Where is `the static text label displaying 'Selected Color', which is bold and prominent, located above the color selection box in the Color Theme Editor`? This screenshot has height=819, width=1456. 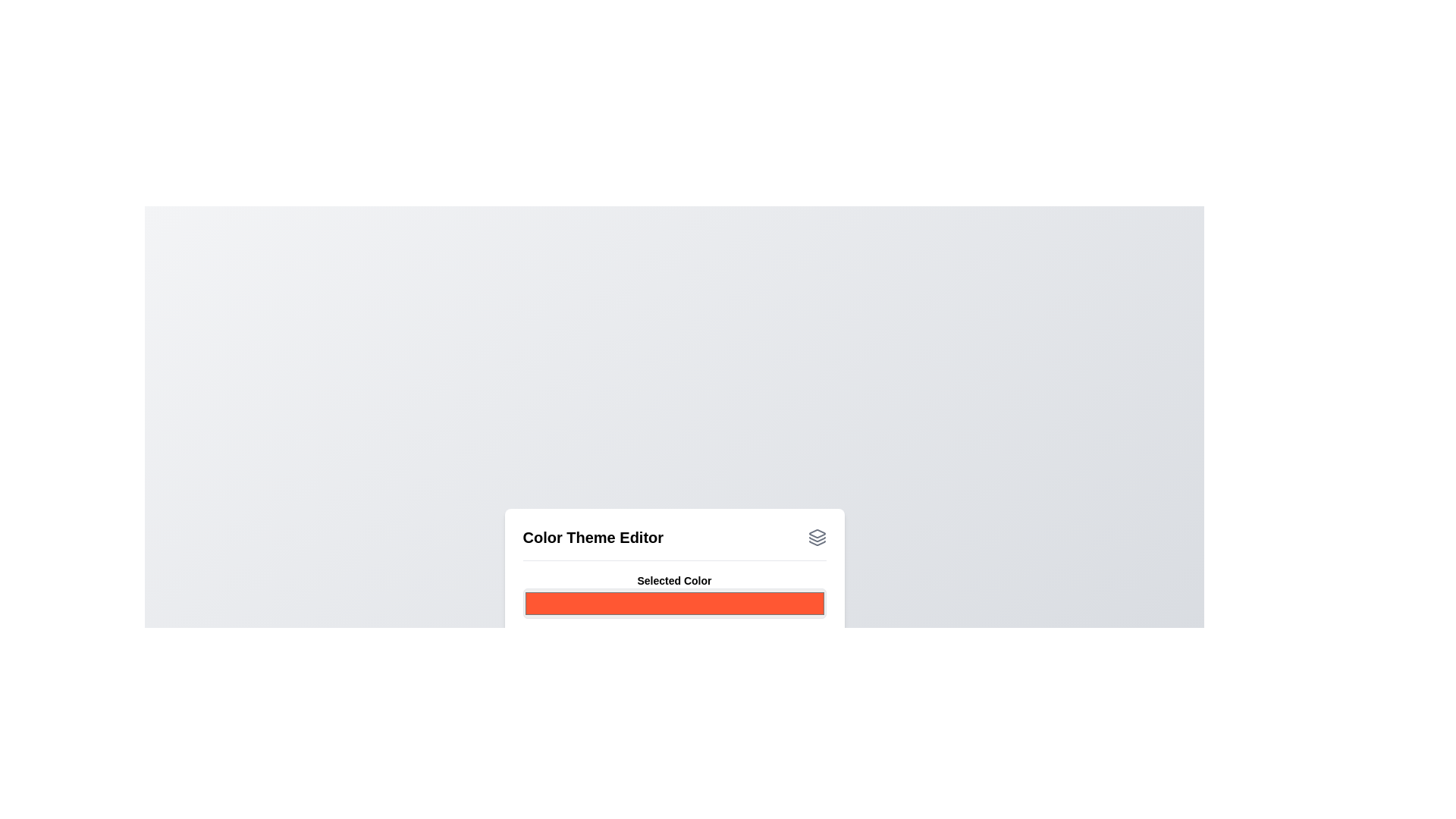 the static text label displaying 'Selected Color', which is bold and prominent, located above the color selection box in the Color Theme Editor is located at coordinates (673, 580).